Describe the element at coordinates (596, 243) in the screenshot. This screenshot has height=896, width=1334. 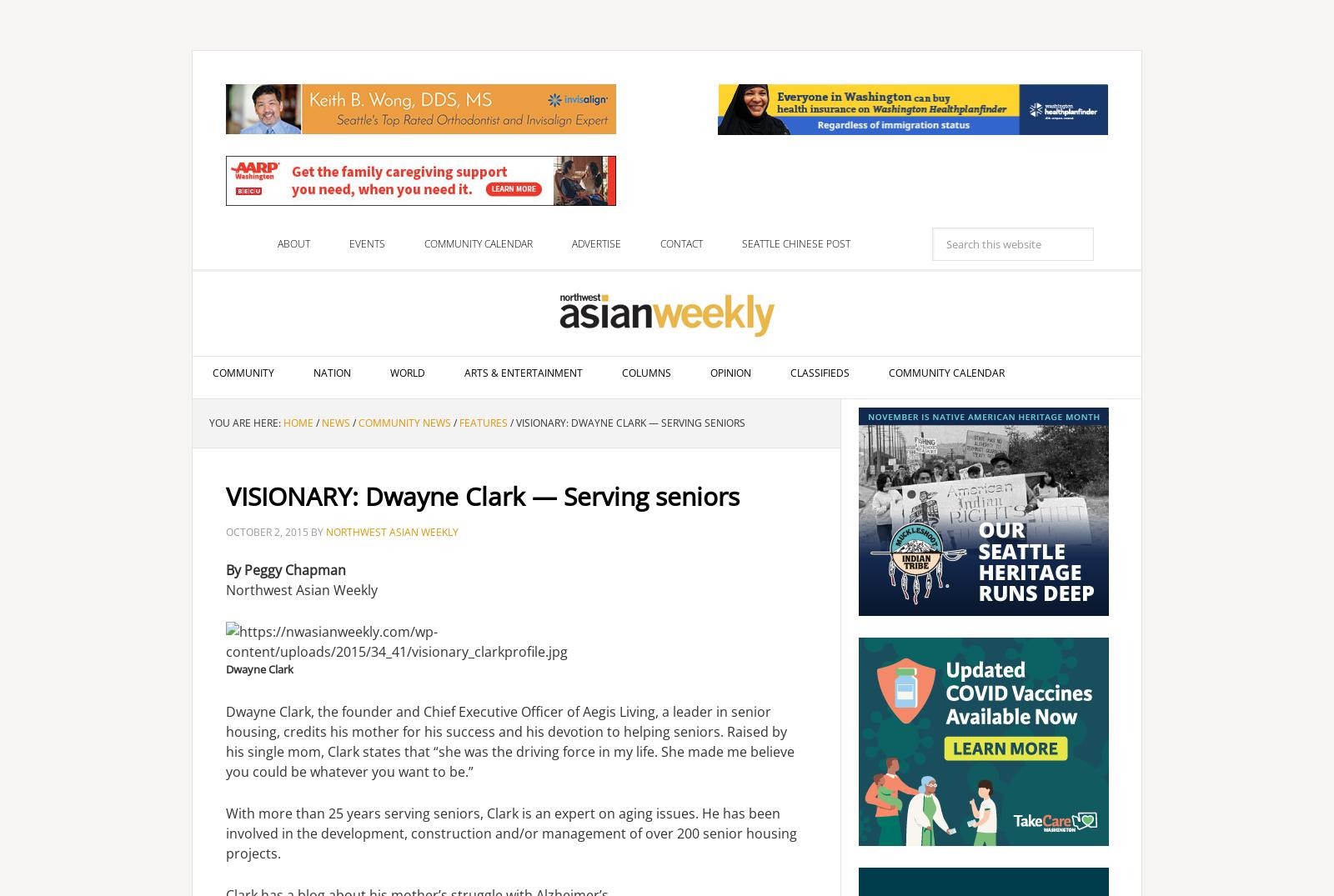
I see `'Advertise'` at that location.